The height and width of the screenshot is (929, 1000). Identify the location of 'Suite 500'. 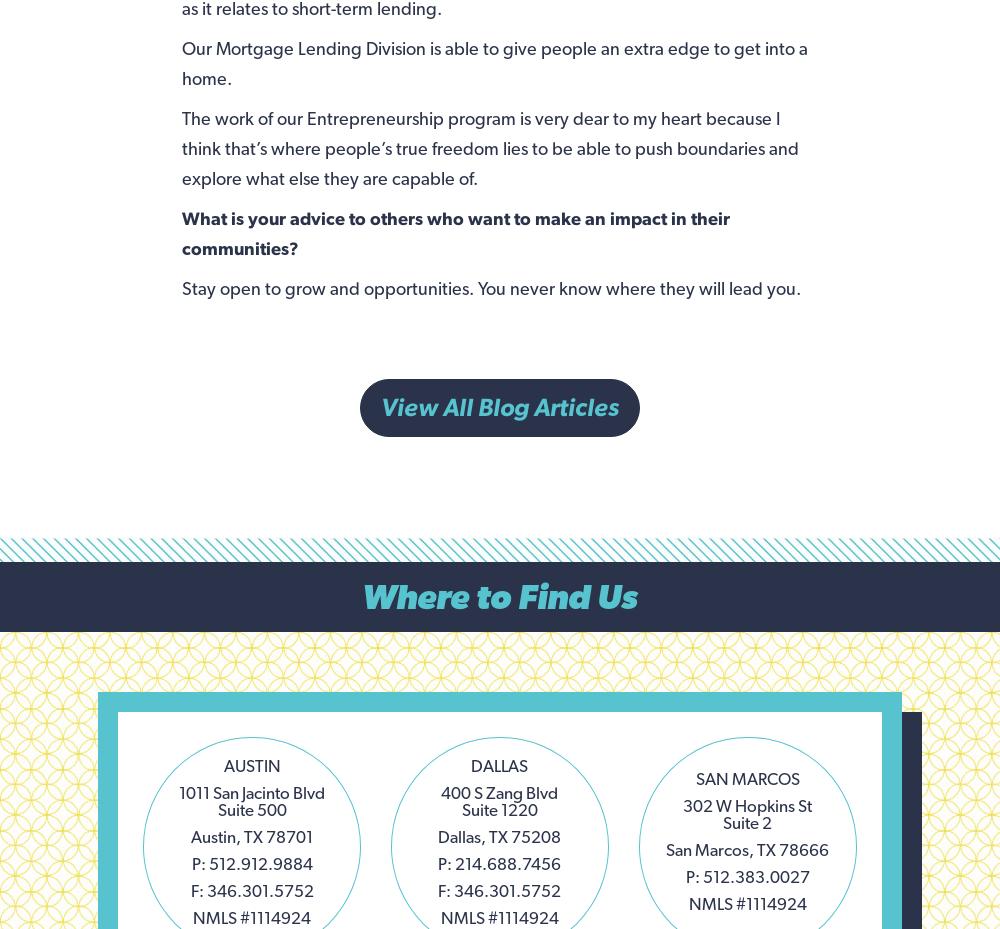
(251, 807).